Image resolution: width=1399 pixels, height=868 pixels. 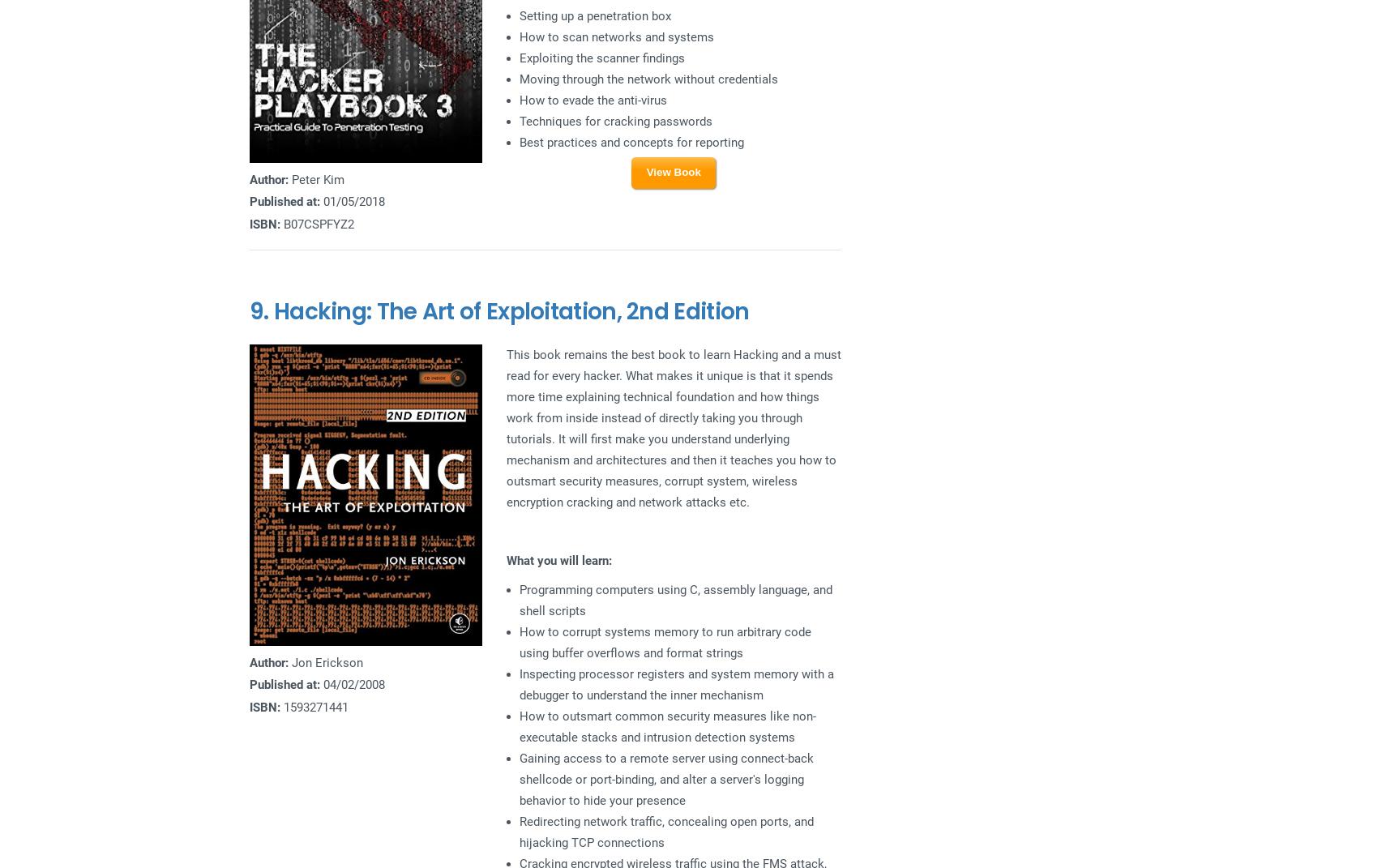 What do you see at coordinates (665, 725) in the screenshot?
I see `'How to outsmart common security measures like non-executable stacks and intrusion detection systems'` at bounding box center [665, 725].